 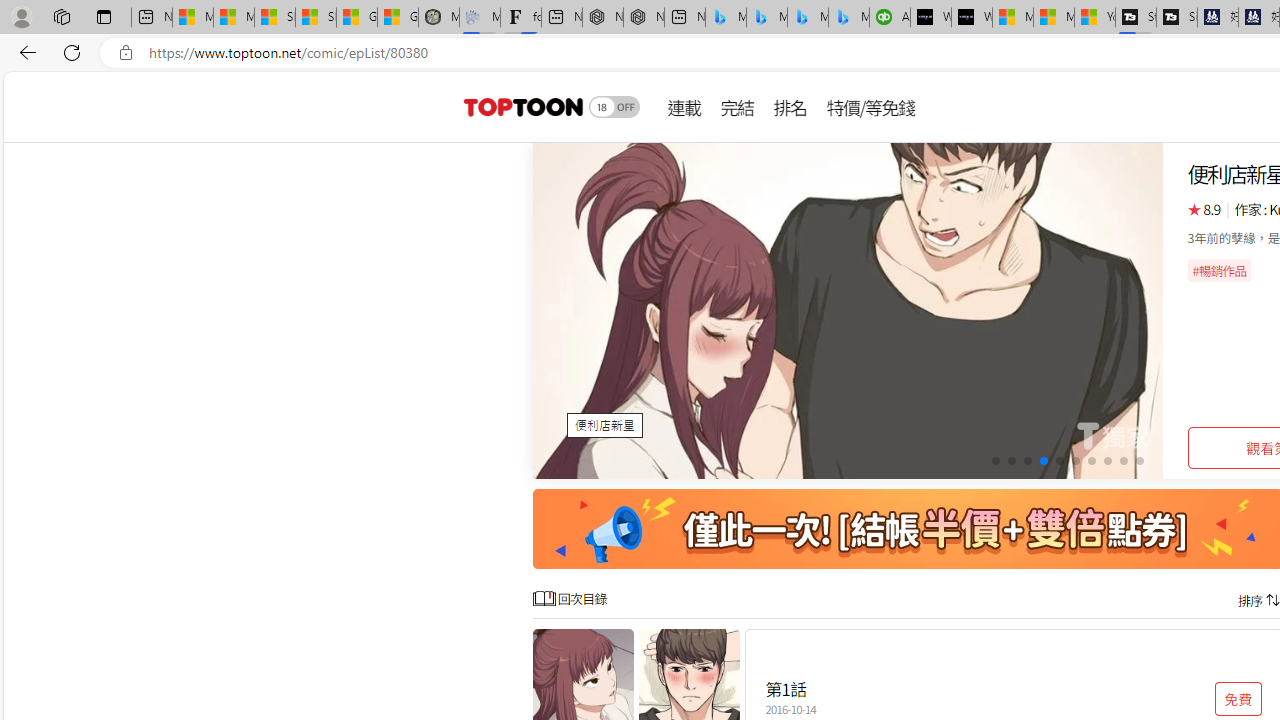 I want to click on 'Microsoft Start', so click(x=1053, y=17).